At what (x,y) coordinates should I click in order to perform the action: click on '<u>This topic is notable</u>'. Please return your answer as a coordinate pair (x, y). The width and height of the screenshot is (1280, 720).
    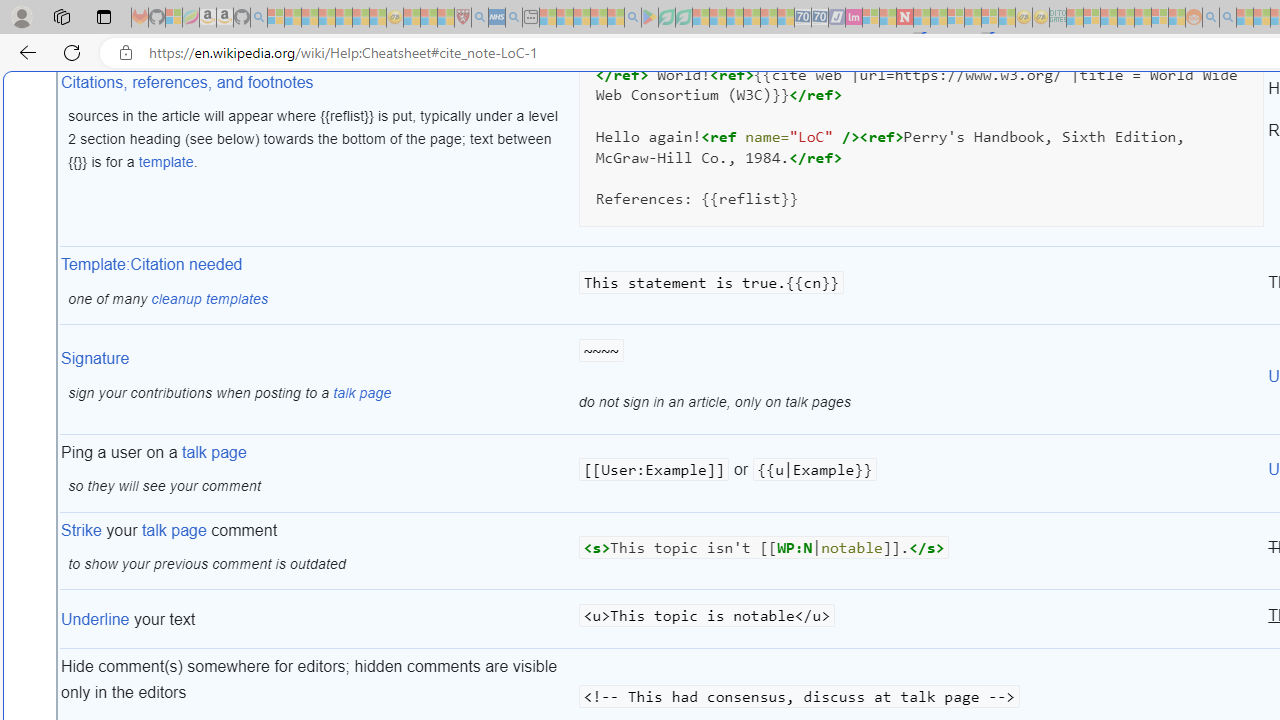
    Looking at the image, I should click on (920, 618).